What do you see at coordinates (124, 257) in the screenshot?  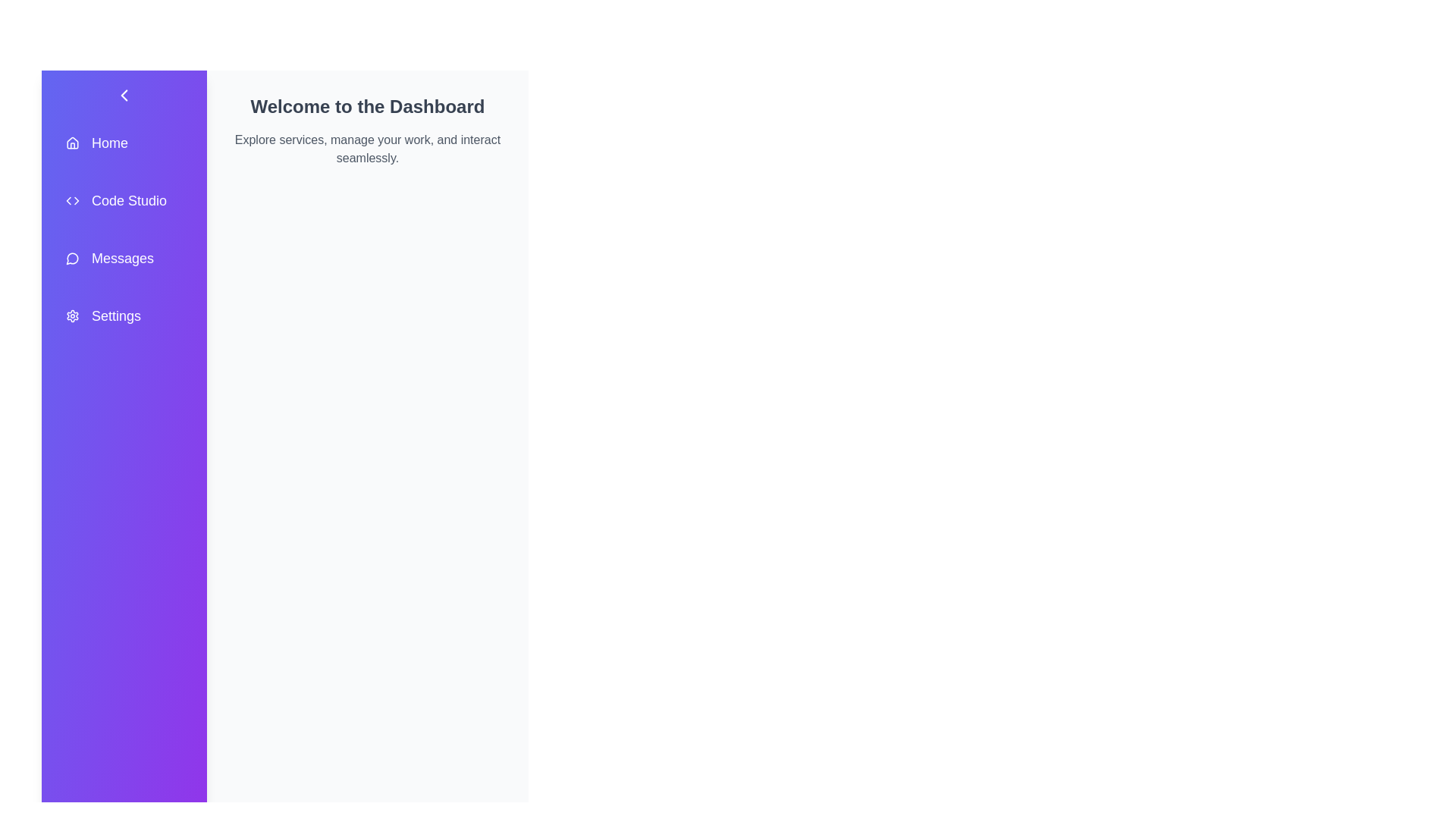 I see `the menu item labeled 'Messages' to observe its hover effect` at bounding box center [124, 257].